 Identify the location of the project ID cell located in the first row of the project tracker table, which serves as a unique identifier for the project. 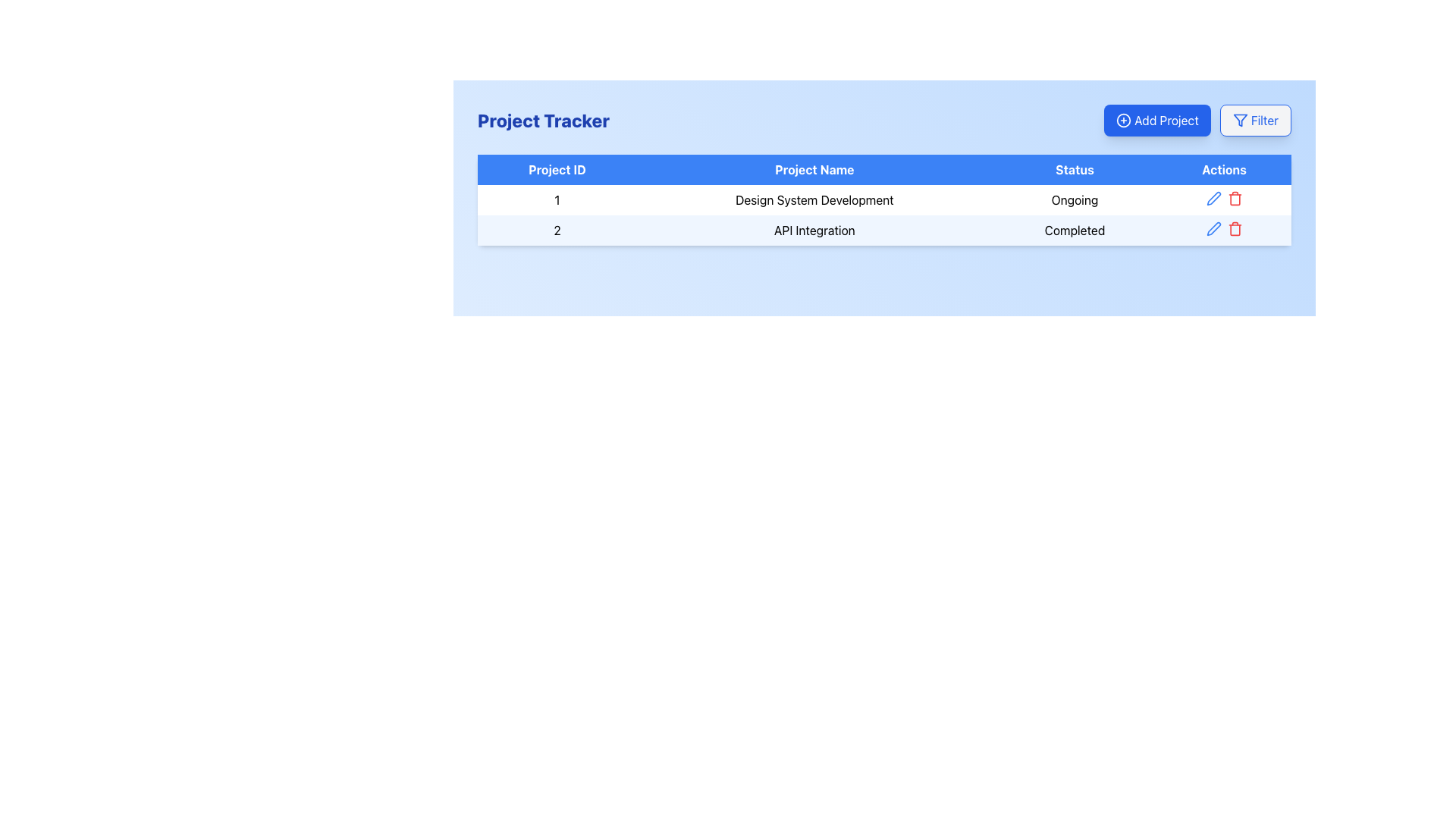
(556, 199).